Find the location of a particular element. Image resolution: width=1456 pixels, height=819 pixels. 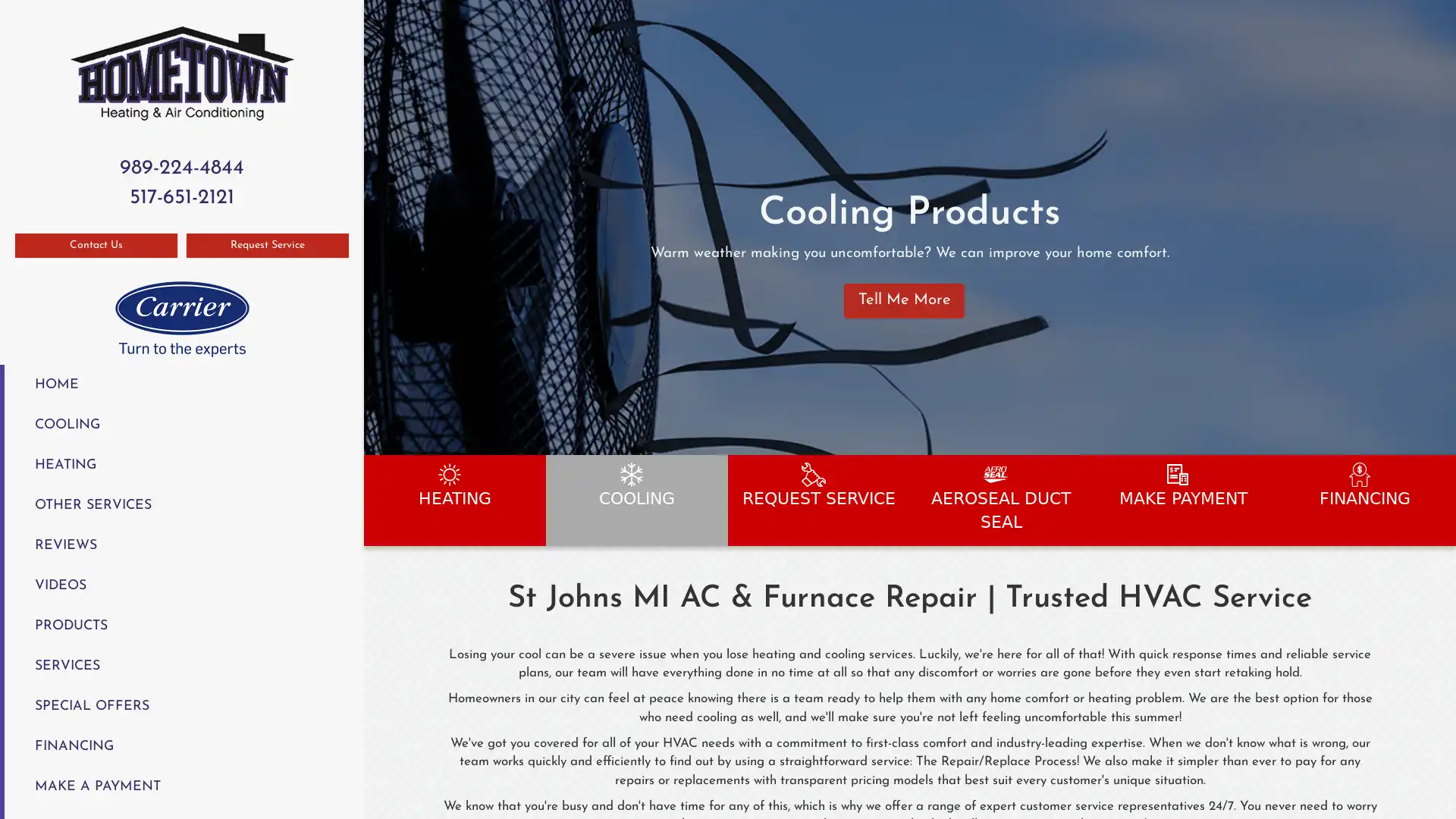

Previous is located at coordinates (377, 227).